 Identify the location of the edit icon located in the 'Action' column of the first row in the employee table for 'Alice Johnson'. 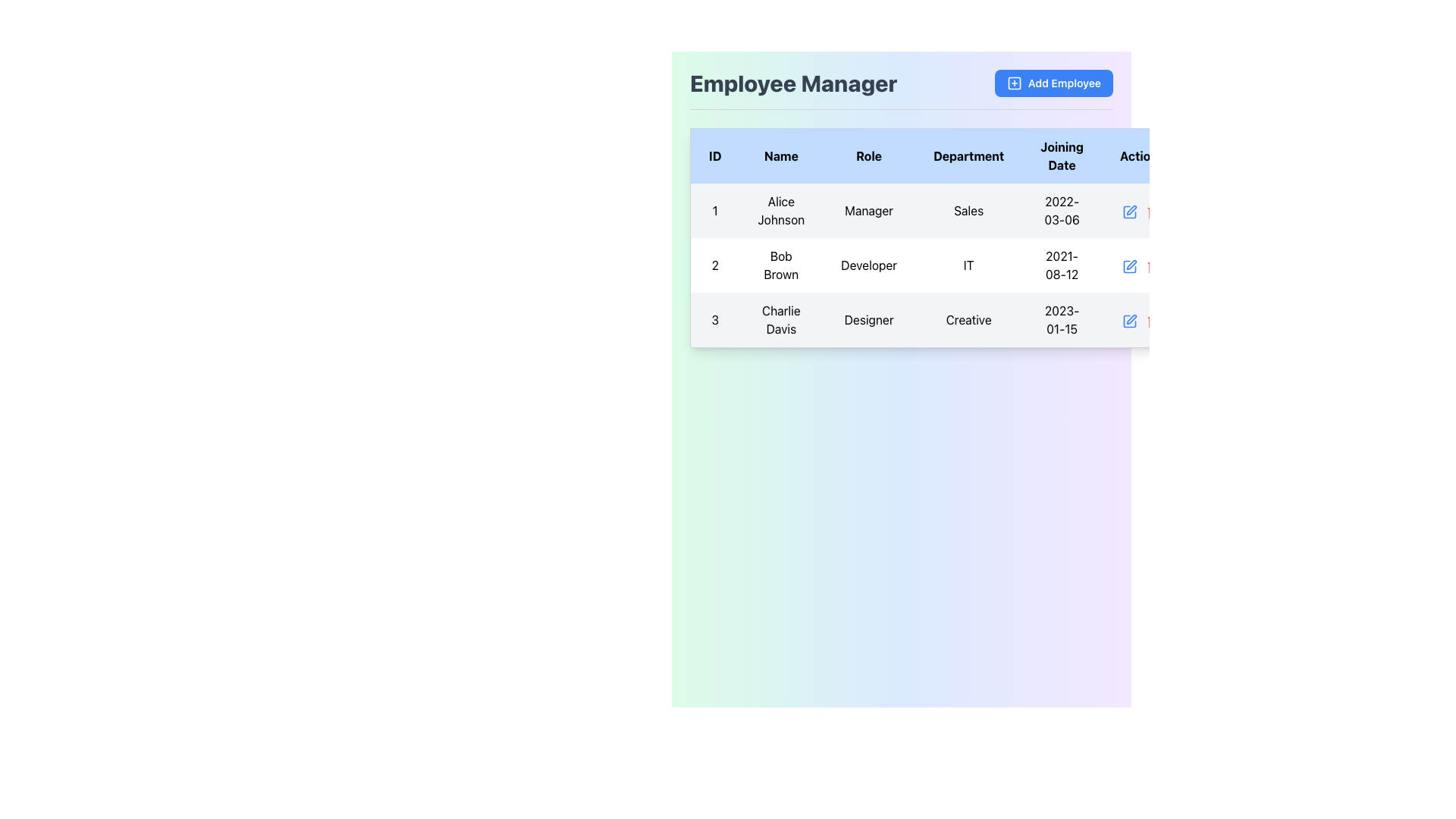
(1129, 211).